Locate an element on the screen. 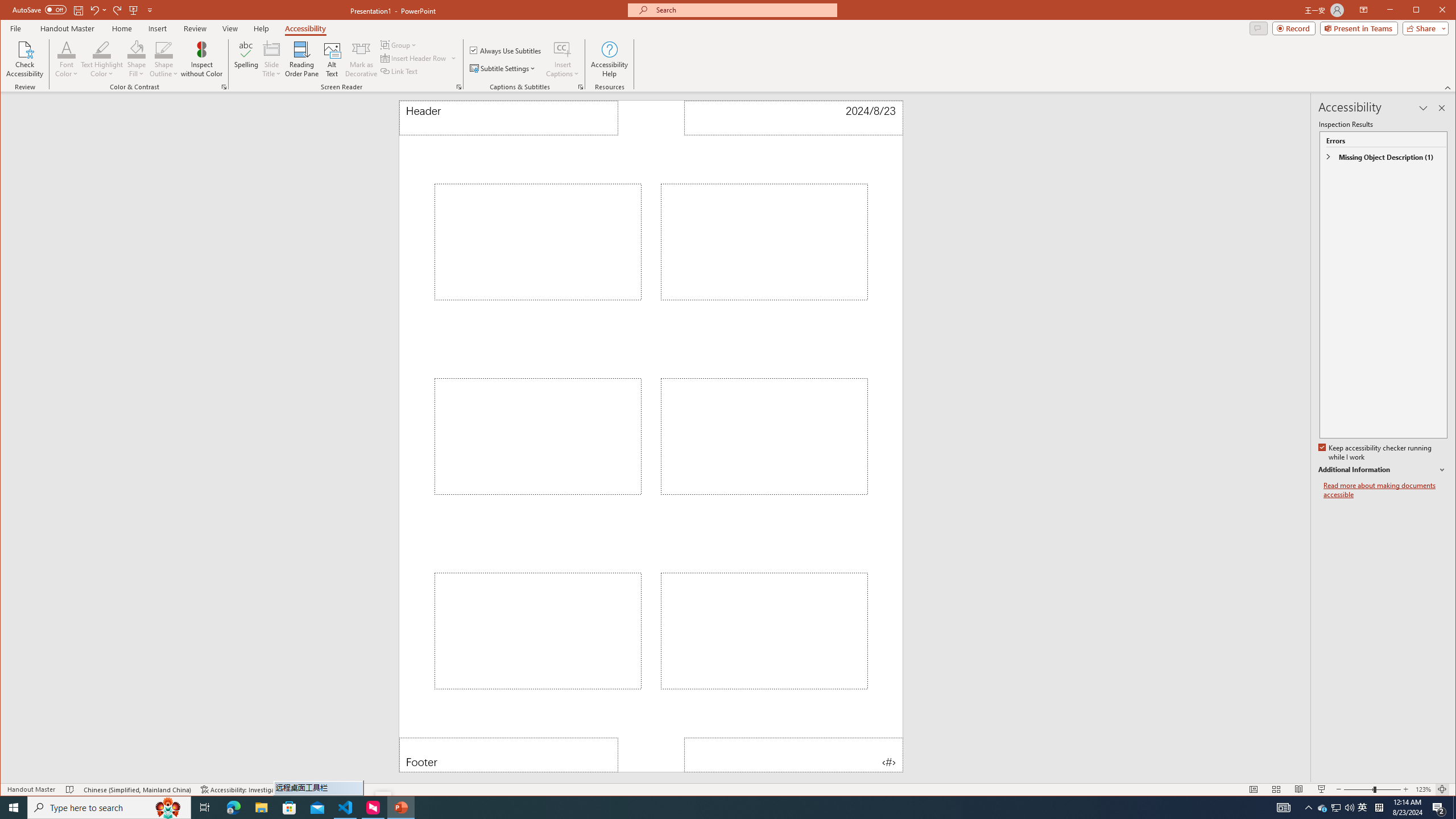  'Footer' is located at coordinates (508, 754).